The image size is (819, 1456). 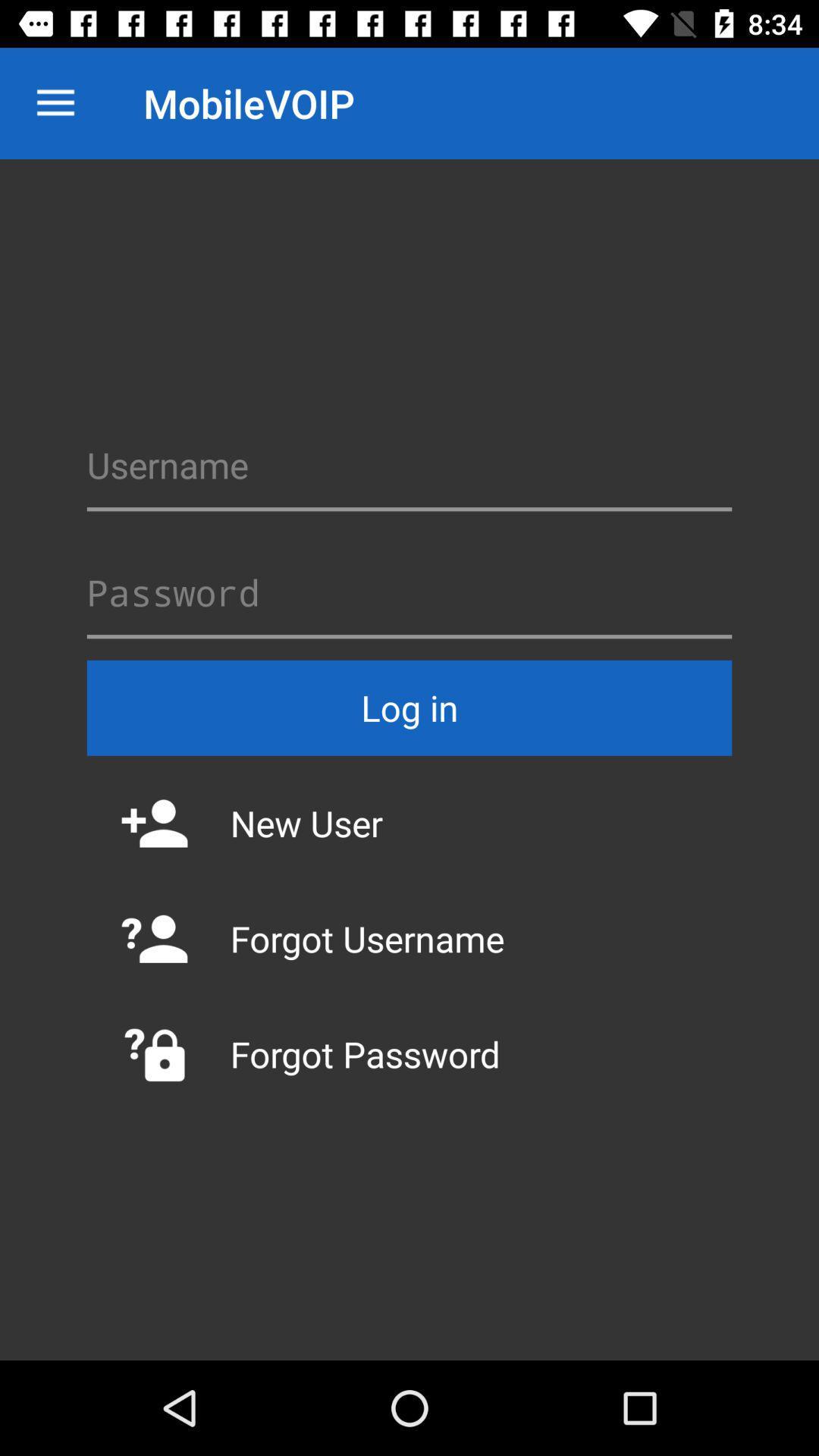 What do you see at coordinates (409, 707) in the screenshot?
I see `log in icon` at bounding box center [409, 707].